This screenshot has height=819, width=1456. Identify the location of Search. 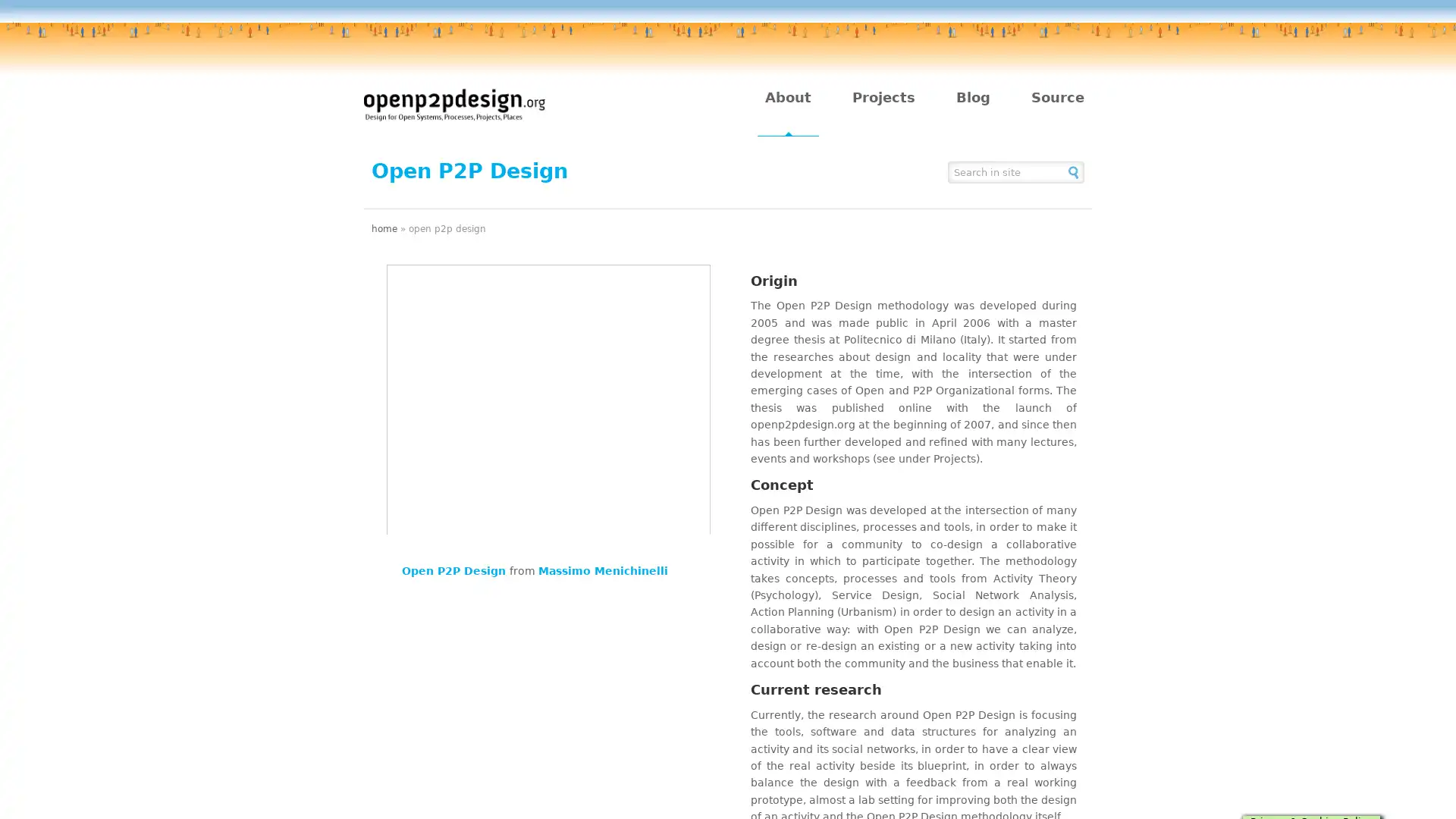
(1073, 171).